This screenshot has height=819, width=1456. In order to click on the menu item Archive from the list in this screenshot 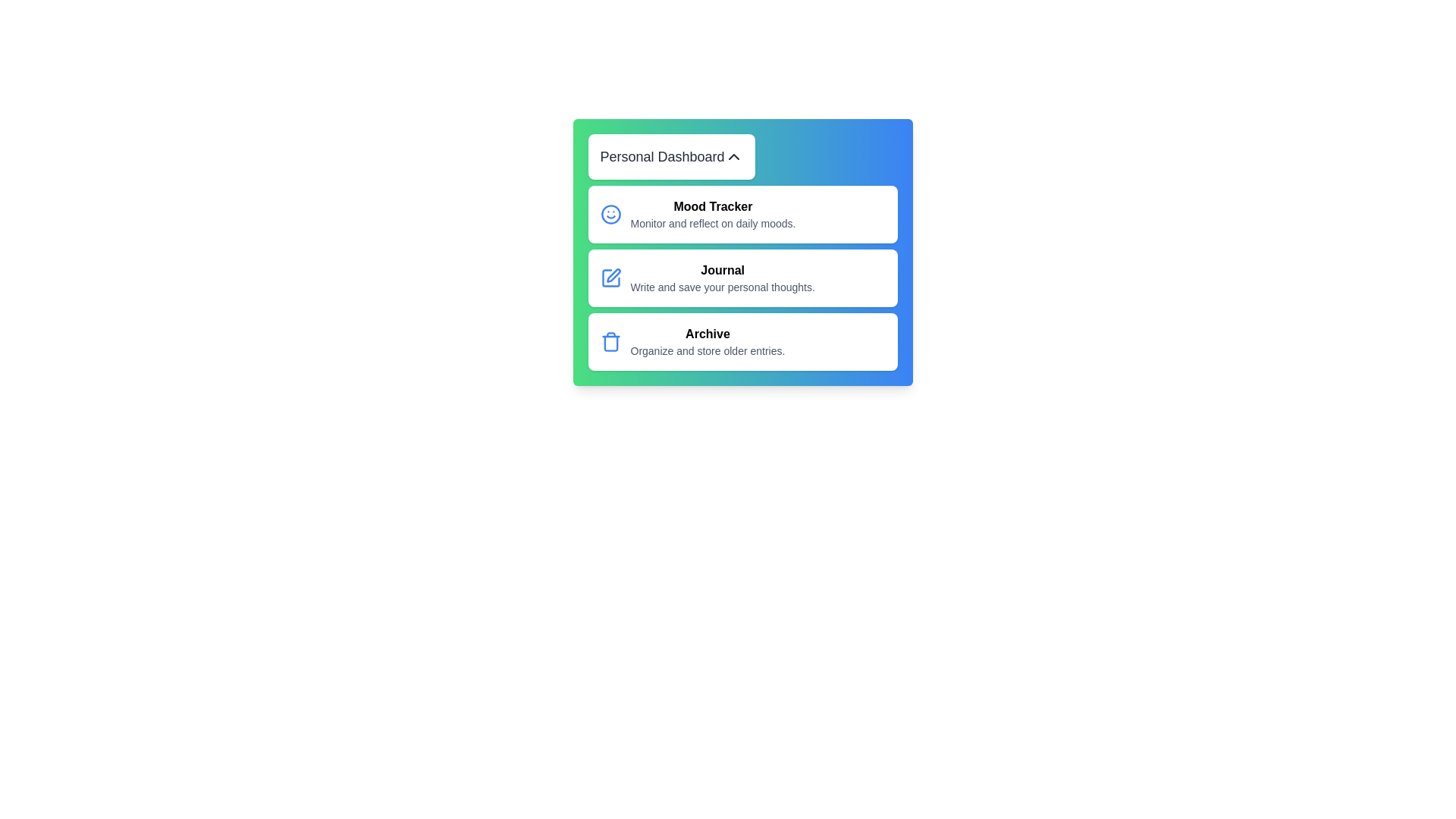, I will do `click(742, 342)`.